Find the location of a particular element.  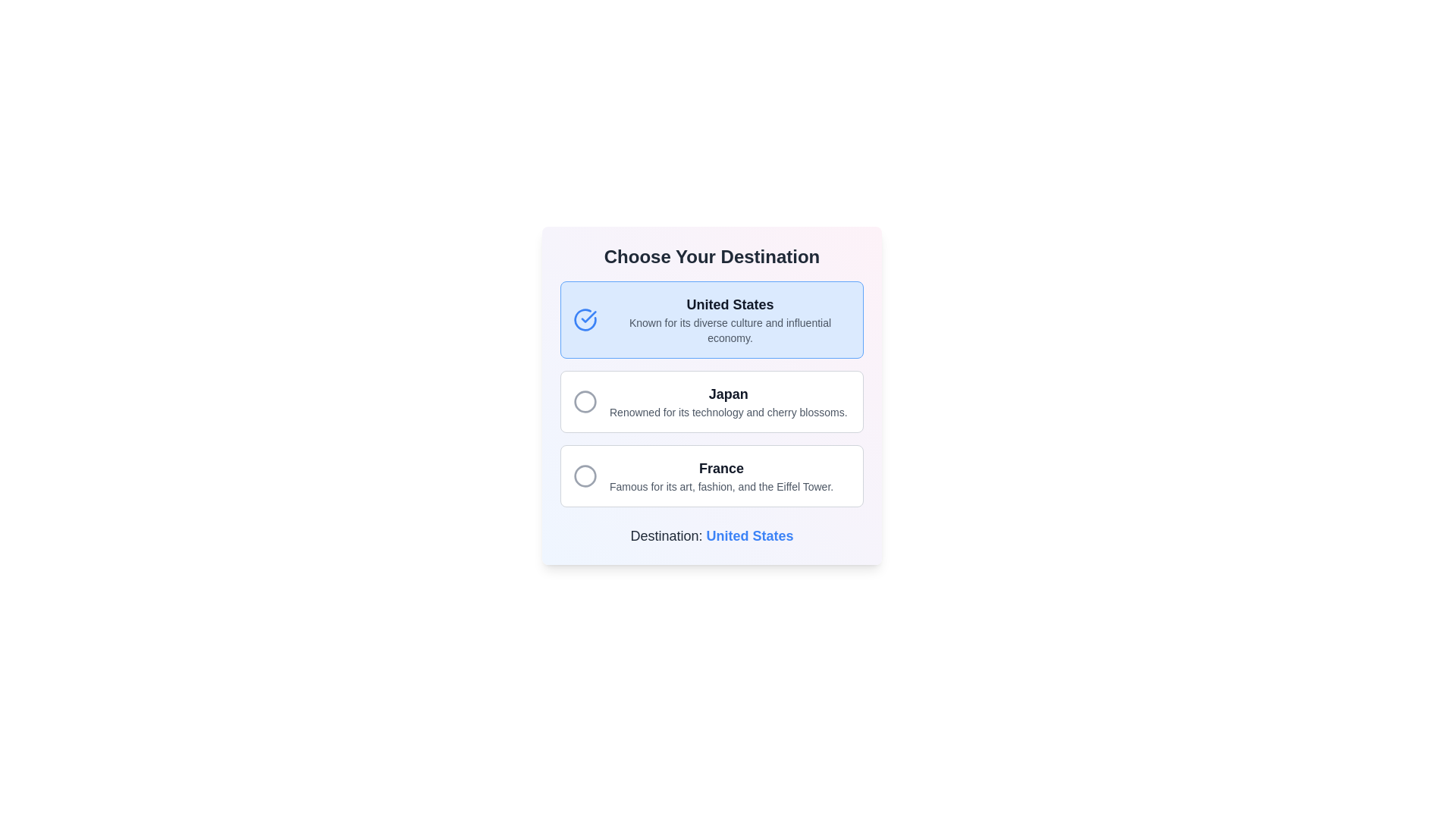

SVG properties of the selection indicator for the 'United States' option, which visually indicates that this option is active is located at coordinates (585, 318).